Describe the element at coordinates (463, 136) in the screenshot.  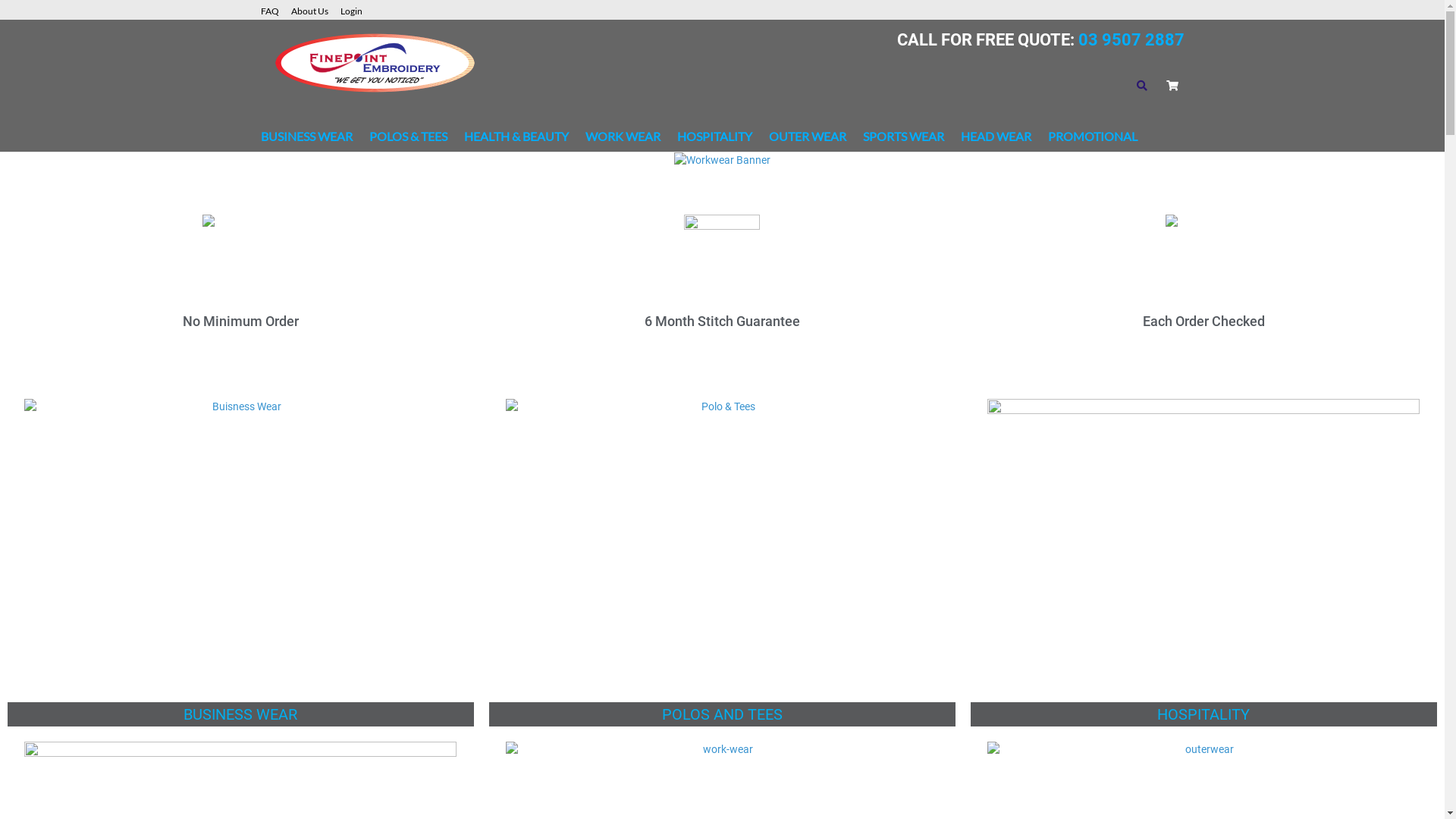
I see `'HEALTH & BEAUTY'` at that location.